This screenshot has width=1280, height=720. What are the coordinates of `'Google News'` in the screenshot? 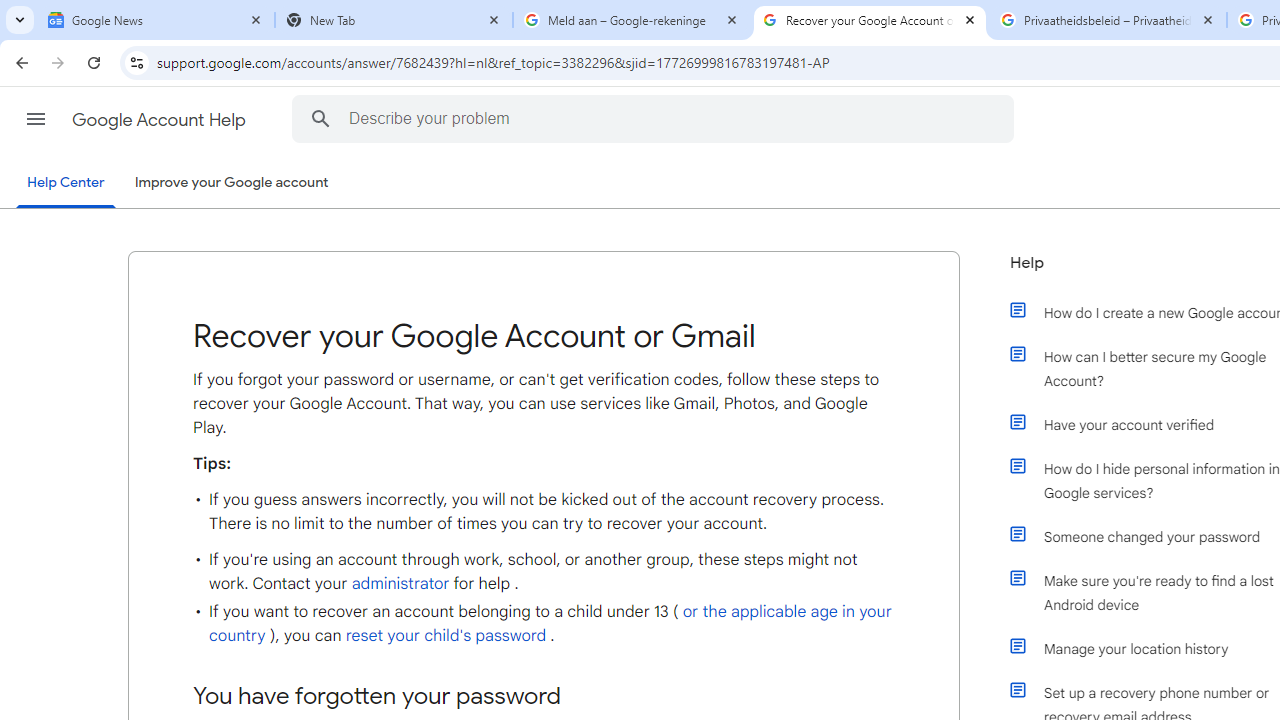 It's located at (155, 20).